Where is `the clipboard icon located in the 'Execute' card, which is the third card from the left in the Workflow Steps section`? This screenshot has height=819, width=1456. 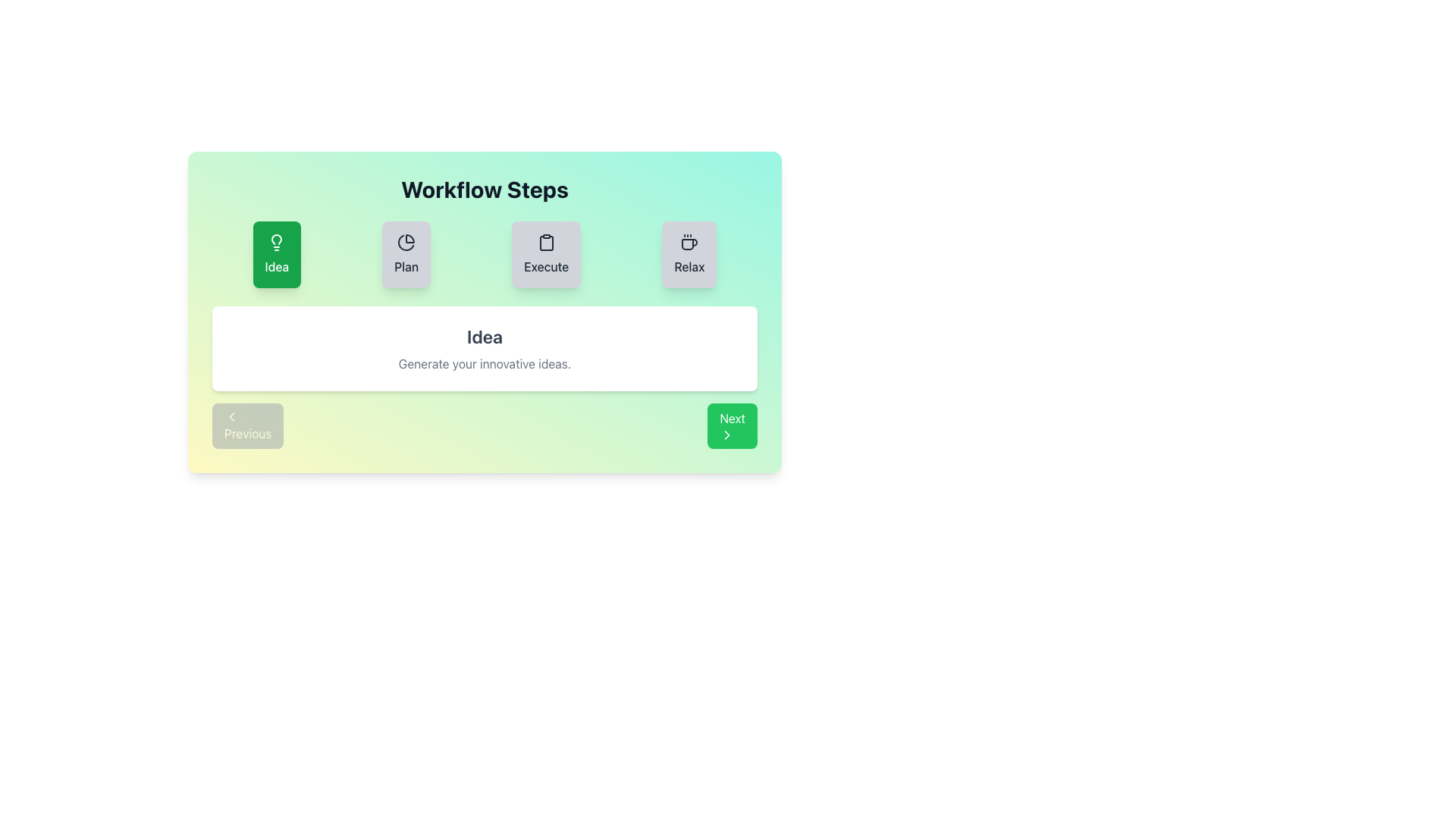 the clipboard icon located in the 'Execute' card, which is the third card from the left in the Workflow Steps section is located at coordinates (546, 242).